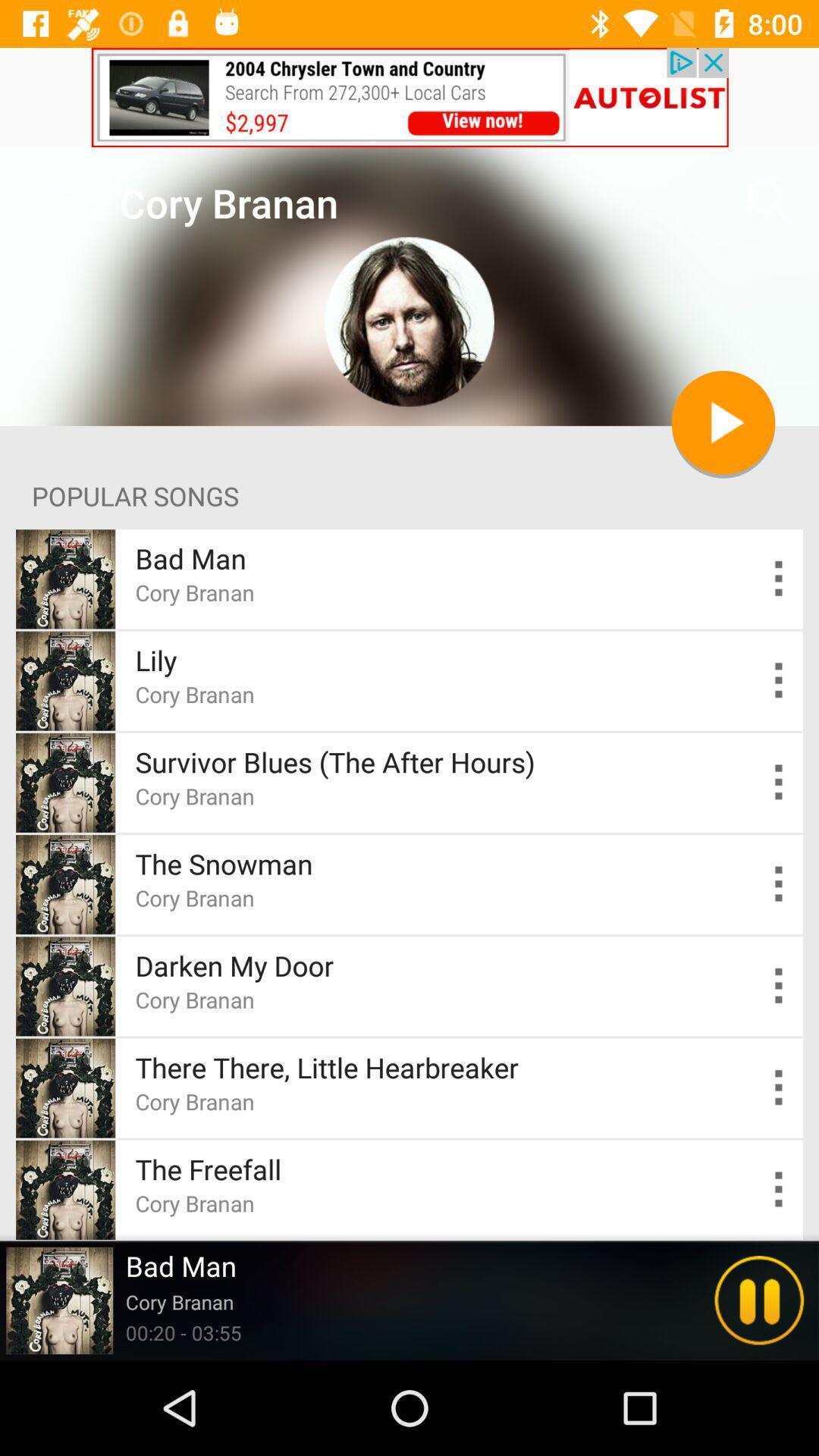 This screenshot has height=1456, width=819. What do you see at coordinates (759, 1300) in the screenshot?
I see `the pause icon` at bounding box center [759, 1300].